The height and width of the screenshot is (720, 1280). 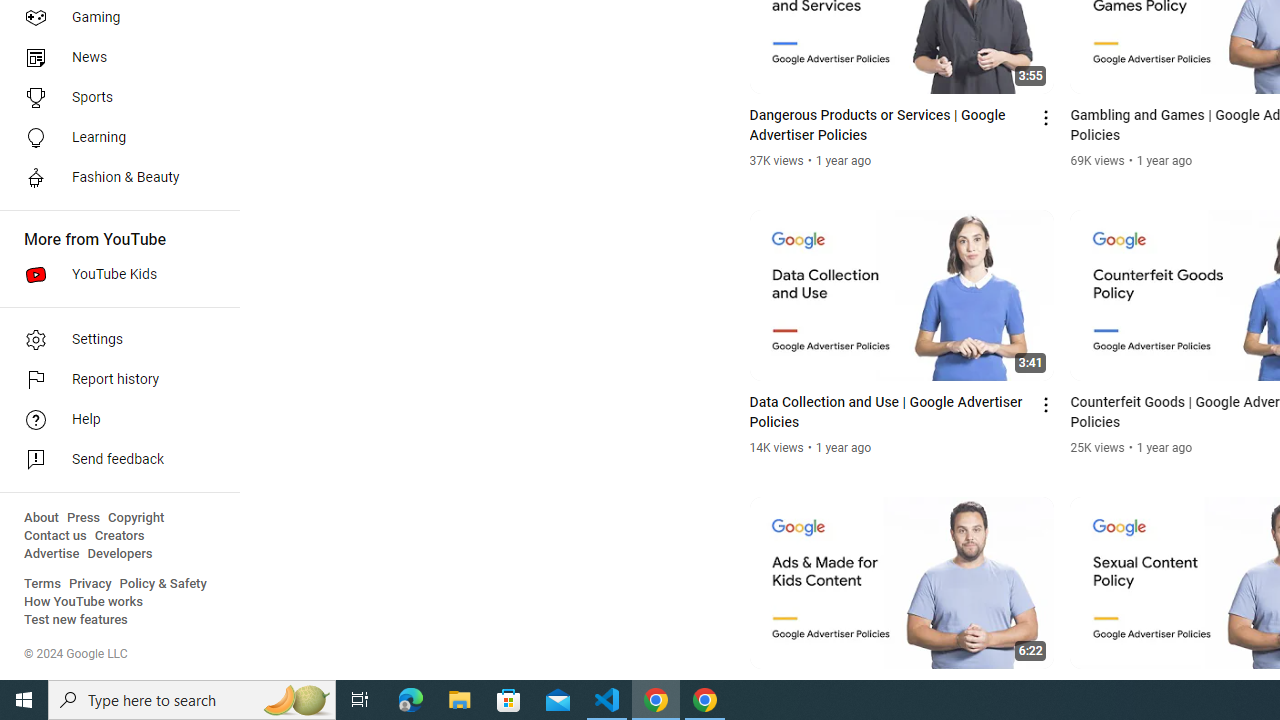 I want to click on 'Report history', so click(x=112, y=380).